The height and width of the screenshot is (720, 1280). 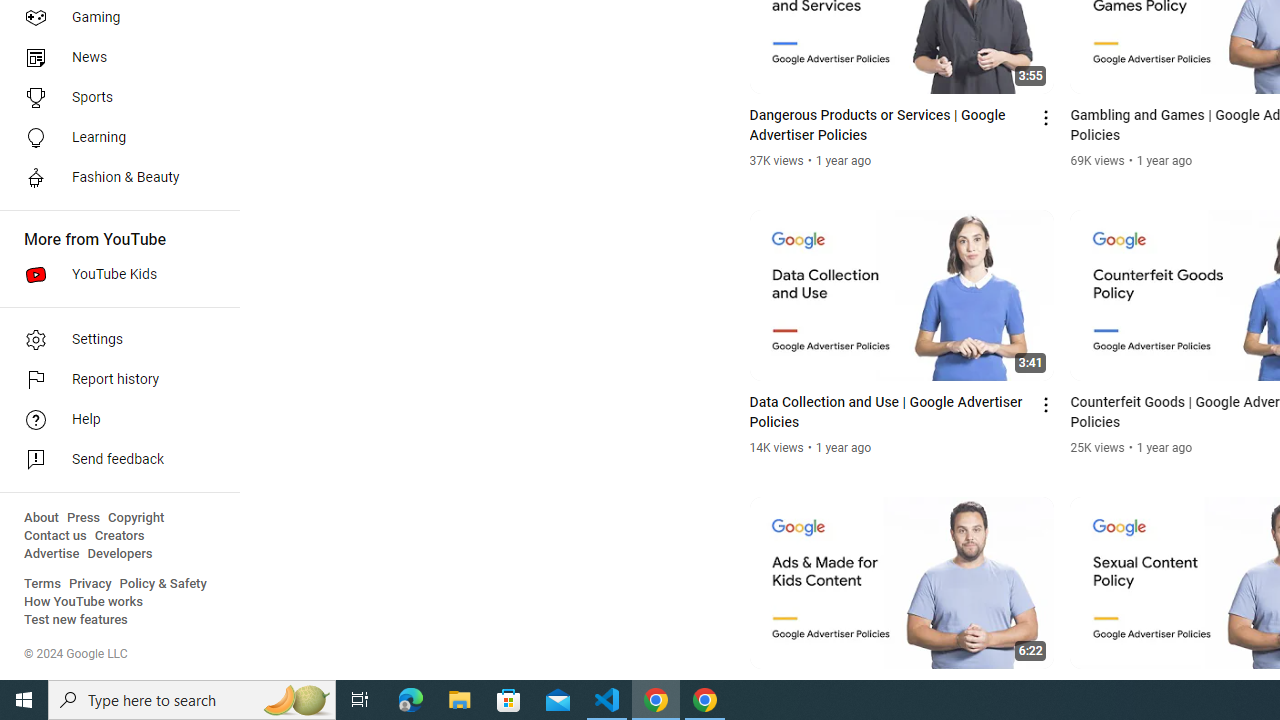 I want to click on 'Report history', so click(x=112, y=380).